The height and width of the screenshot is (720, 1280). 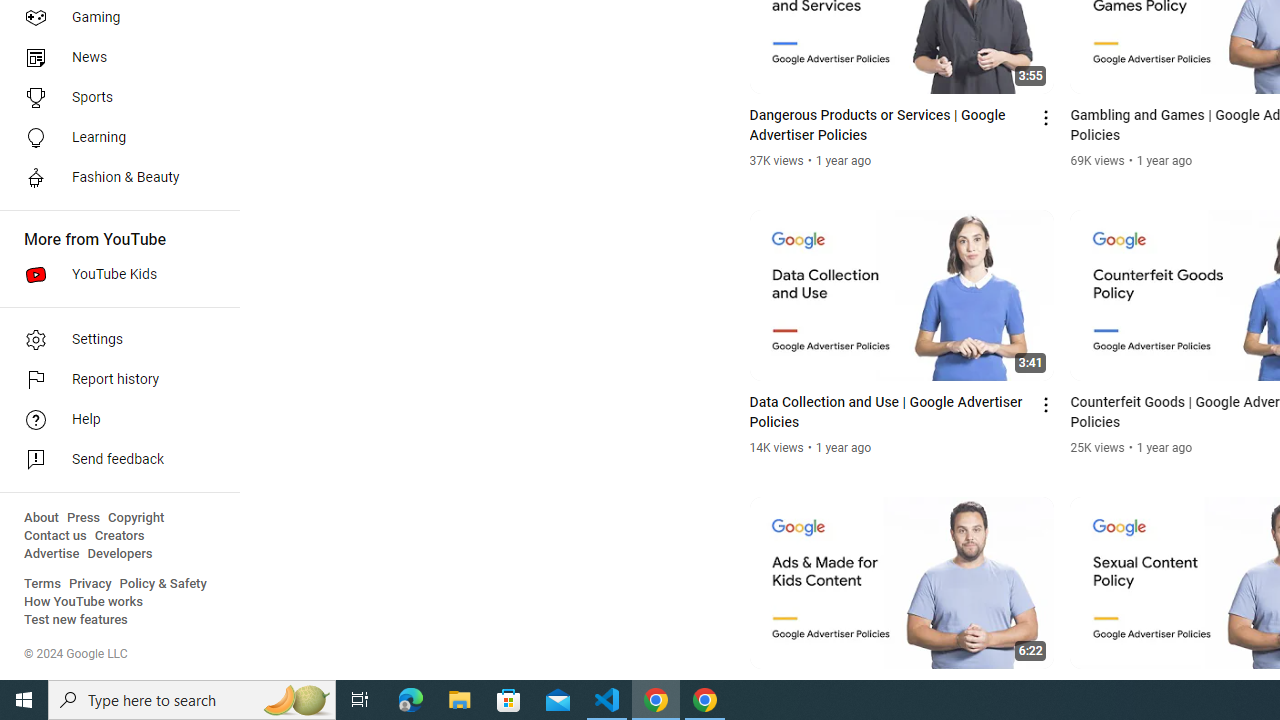 I want to click on 'Report history', so click(x=112, y=380).